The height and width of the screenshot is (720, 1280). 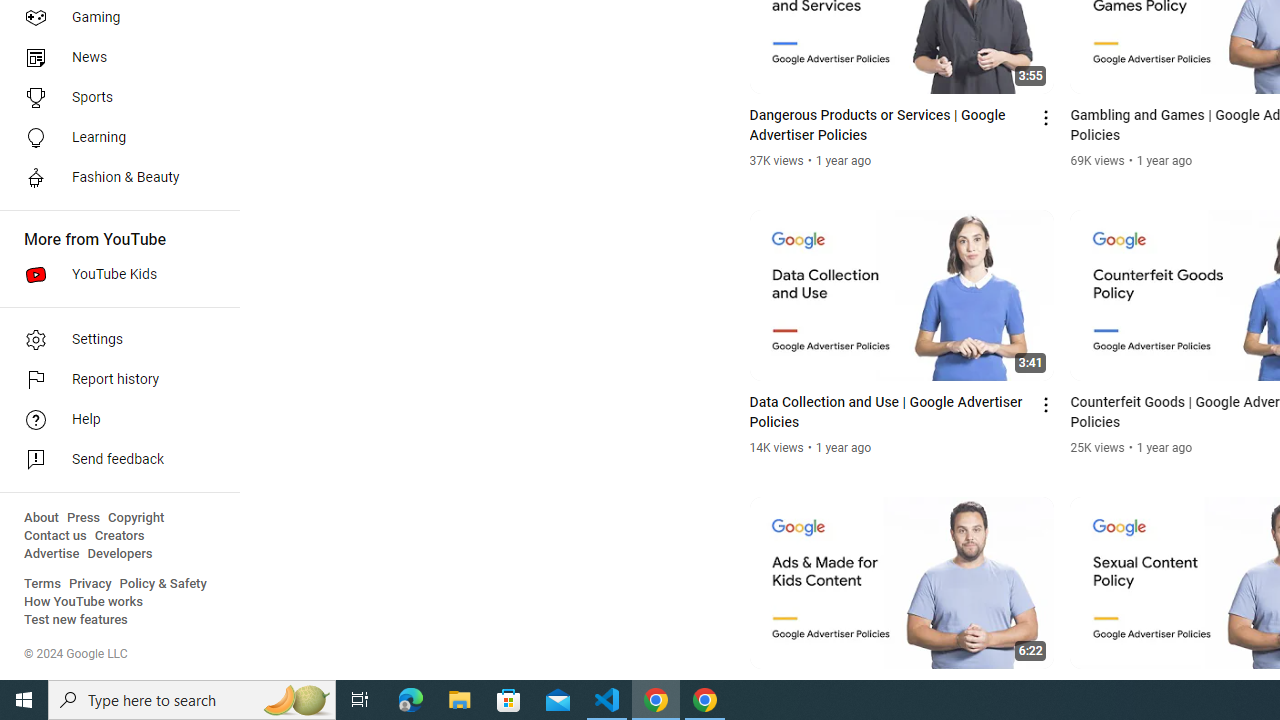 I want to click on 'Report history', so click(x=112, y=380).